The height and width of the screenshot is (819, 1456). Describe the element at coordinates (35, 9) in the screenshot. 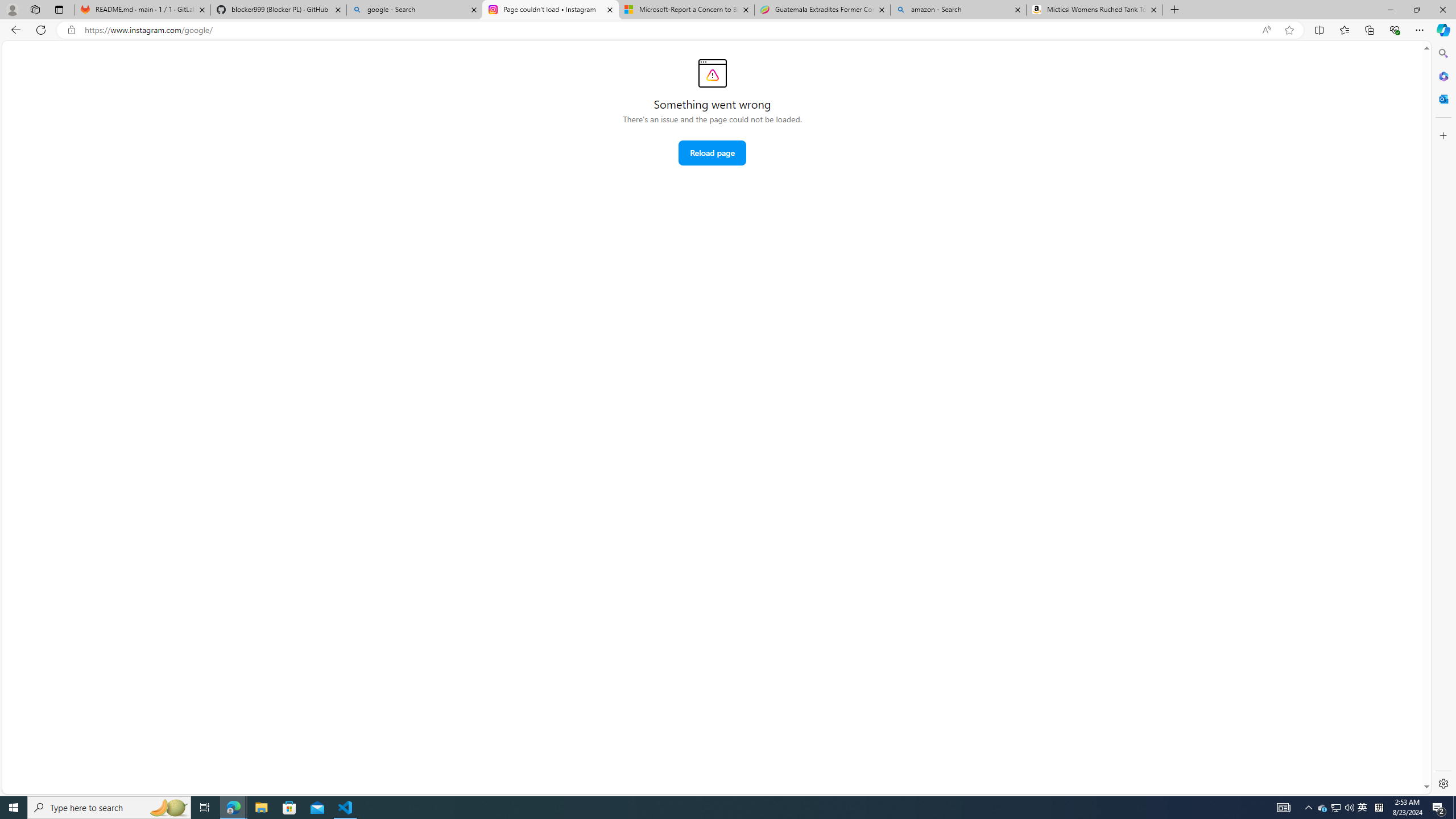

I see `'Workspaces'` at that location.